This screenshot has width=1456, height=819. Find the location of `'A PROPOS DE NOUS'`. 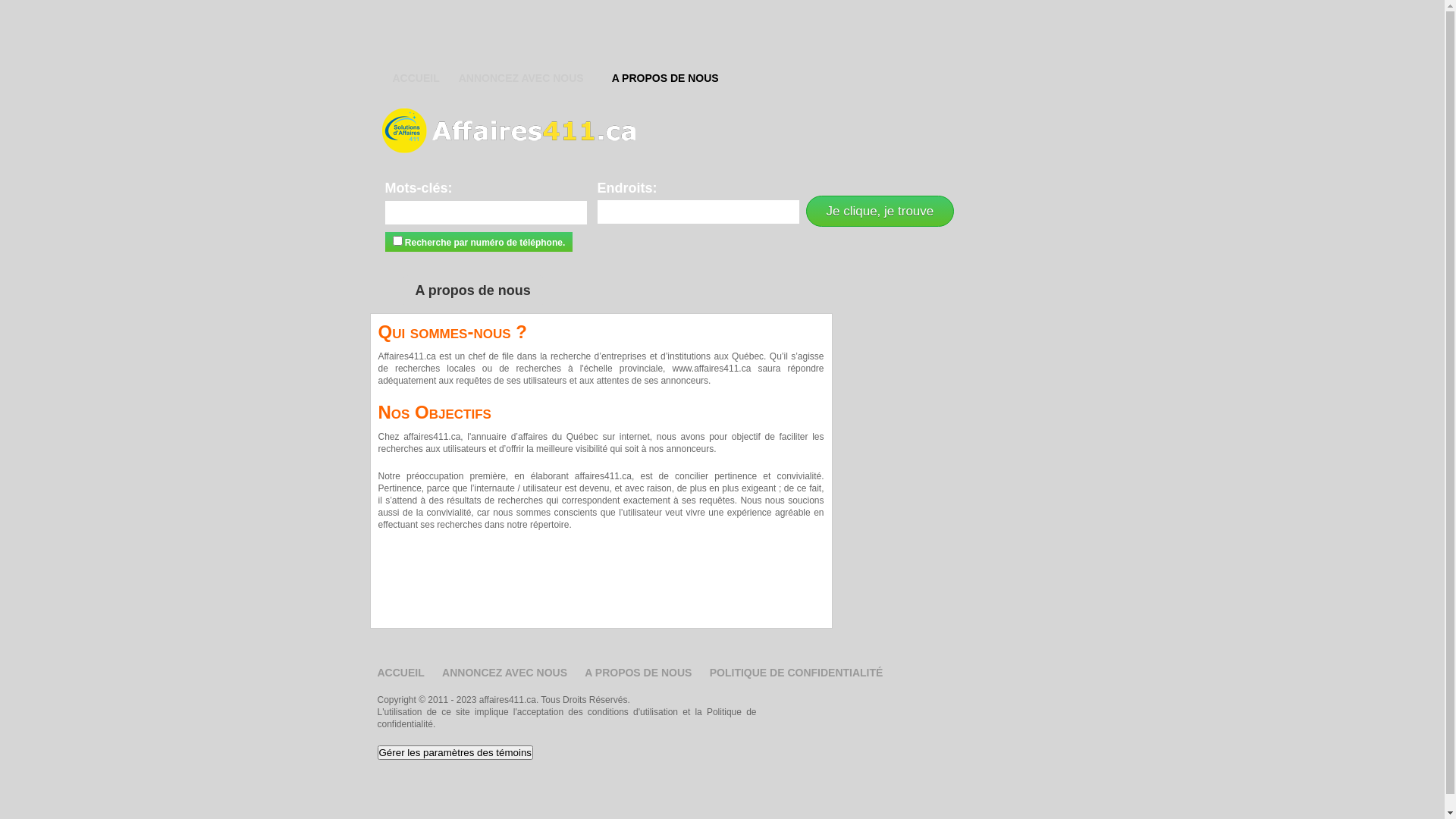

'A PROPOS DE NOUS' is located at coordinates (638, 672).